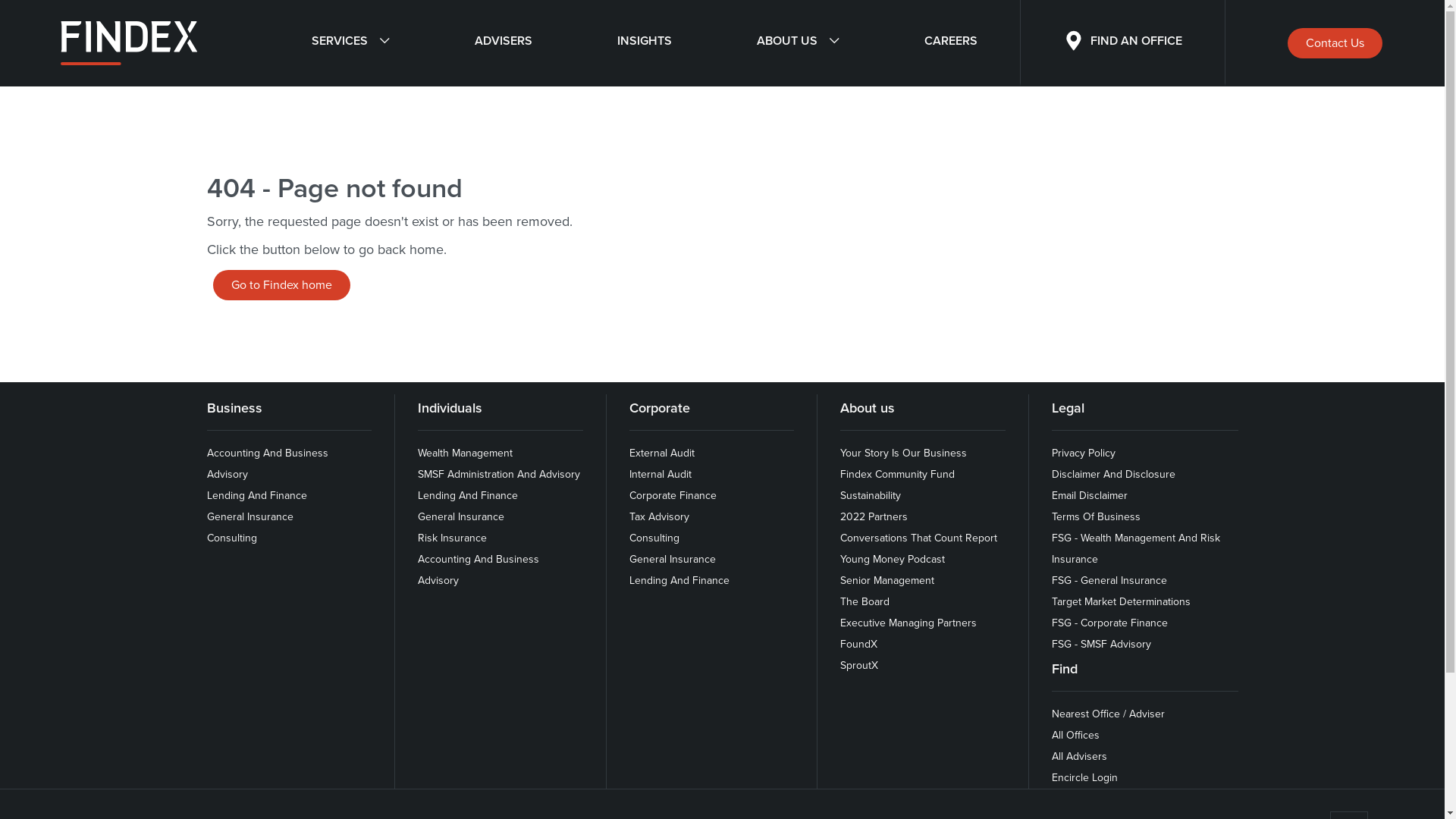 Image resolution: width=1456 pixels, height=819 pixels. Describe the element at coordinates (1075, 734) in the screenshot. I see `'All Offices'` at that location.